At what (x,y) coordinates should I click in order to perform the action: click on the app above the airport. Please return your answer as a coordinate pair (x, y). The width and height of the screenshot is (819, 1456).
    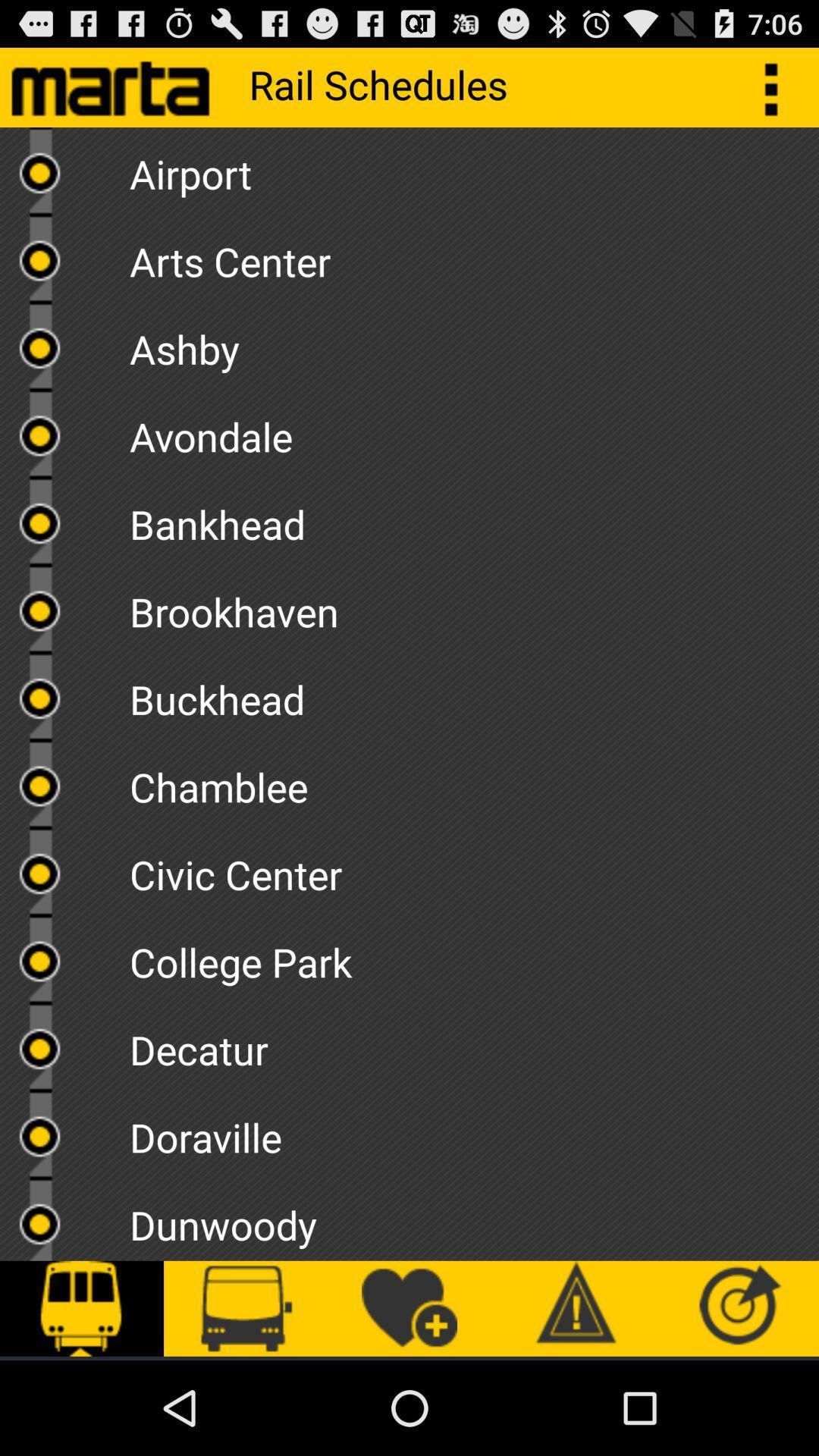
    Looking at the image, I should click on (779, 86).